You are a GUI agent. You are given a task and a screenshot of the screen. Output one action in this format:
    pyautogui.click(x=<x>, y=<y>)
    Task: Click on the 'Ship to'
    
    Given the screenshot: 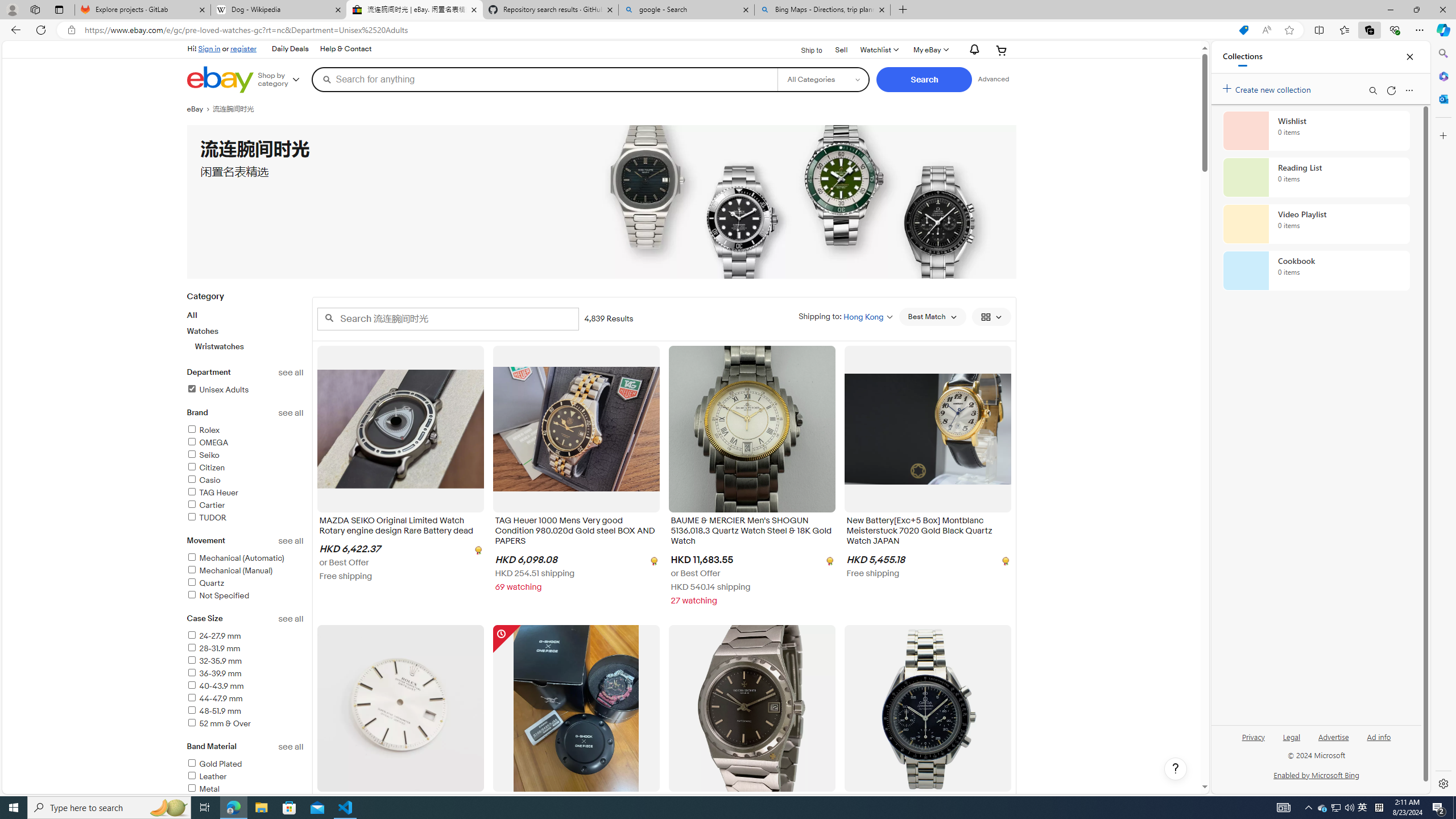 What is the action you would take?
    pyautogui.click(x=804, y=50)
    